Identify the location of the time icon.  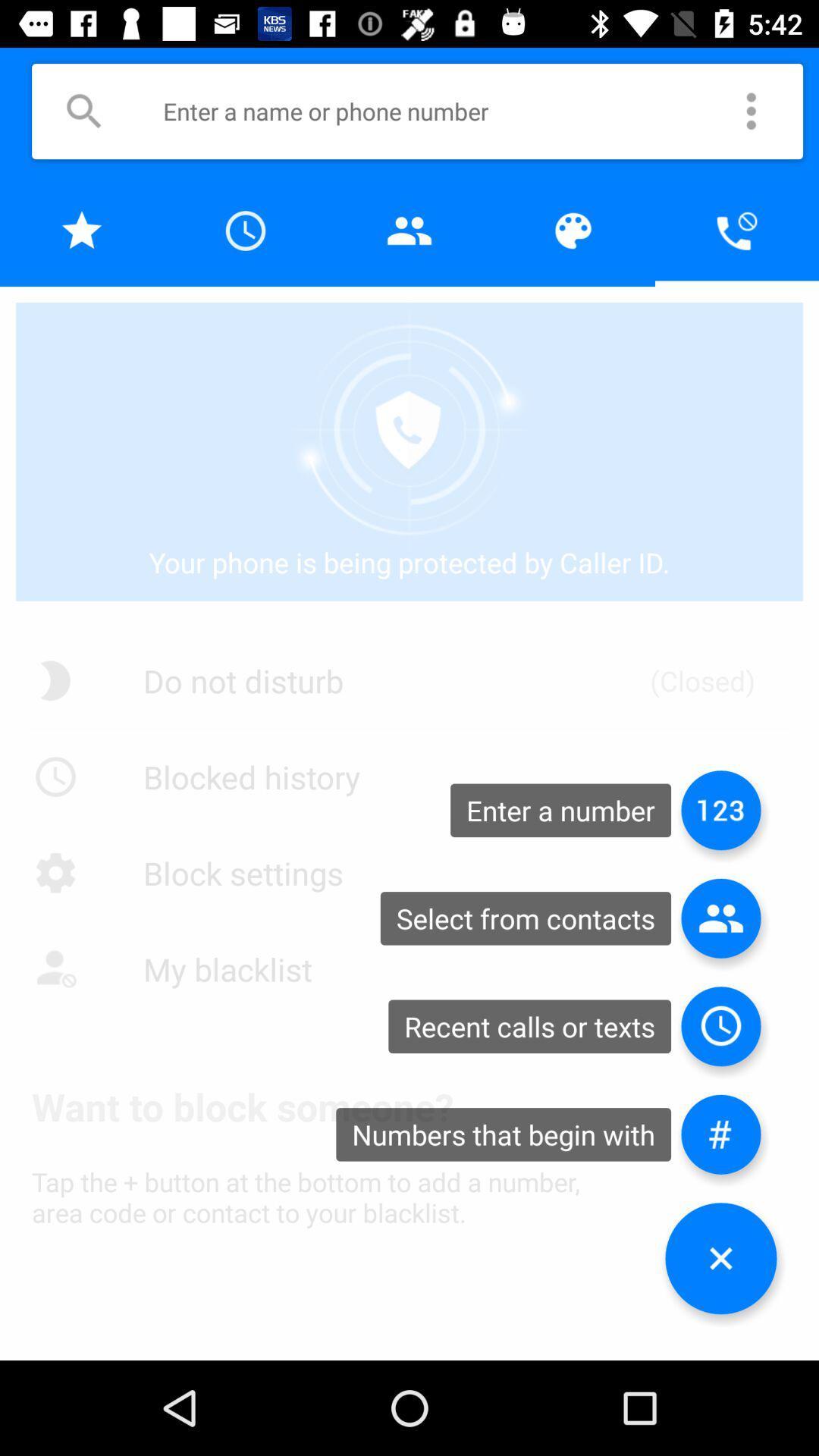
(720, 1026).